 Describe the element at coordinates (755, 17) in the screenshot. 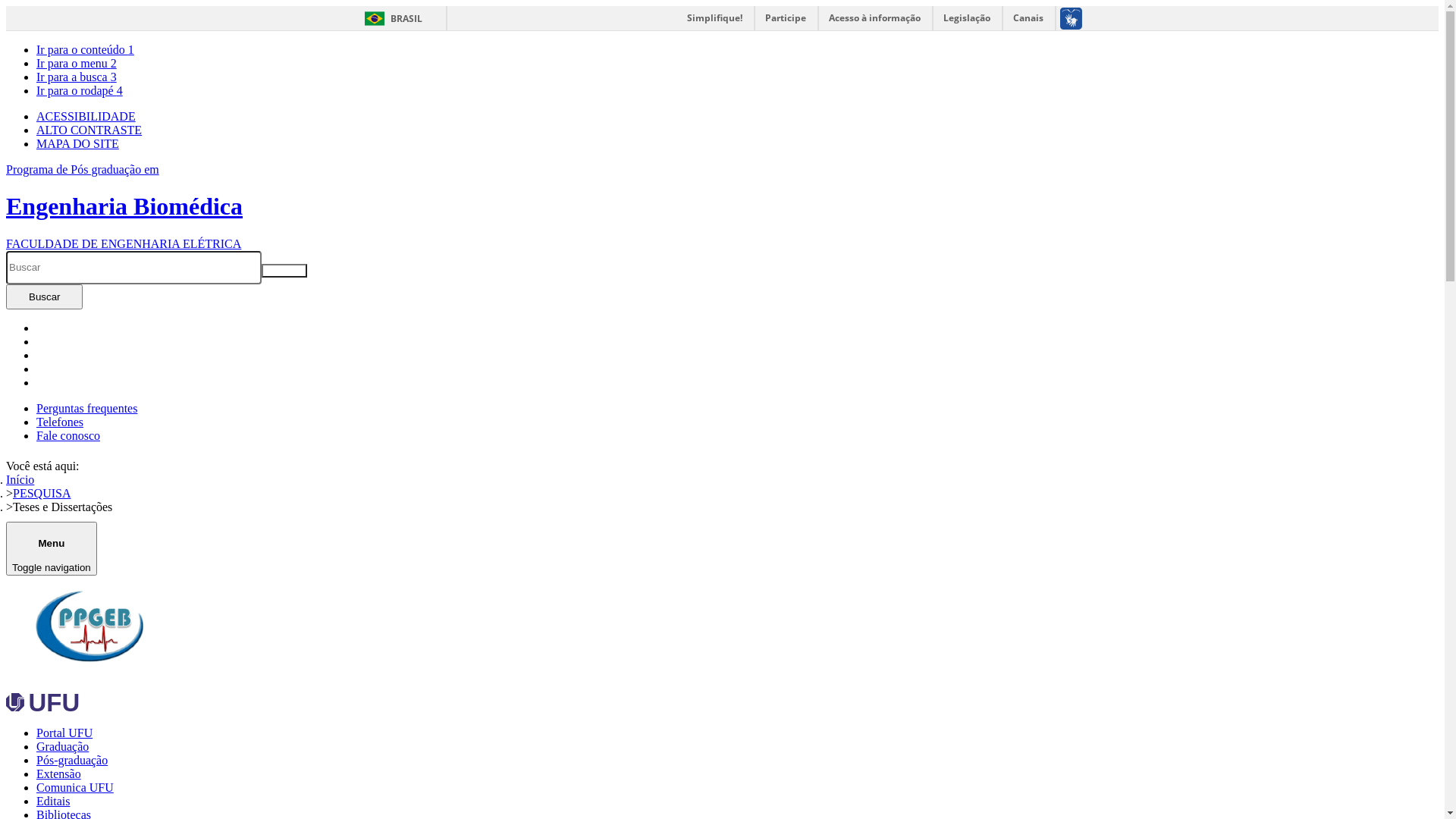

I see `'Participe'` at that location.